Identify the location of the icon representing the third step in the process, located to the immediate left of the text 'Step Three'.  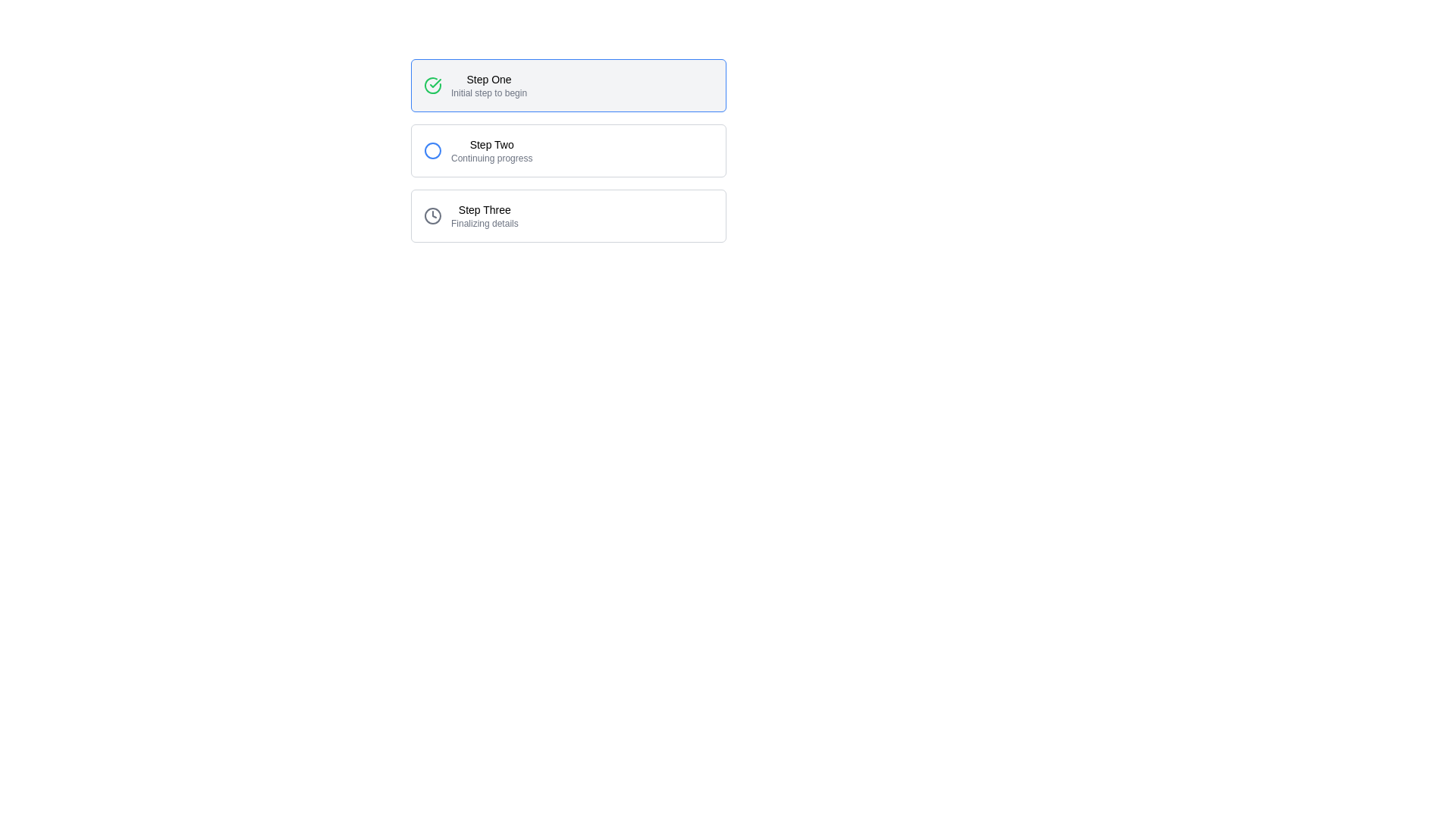
(432, 216).